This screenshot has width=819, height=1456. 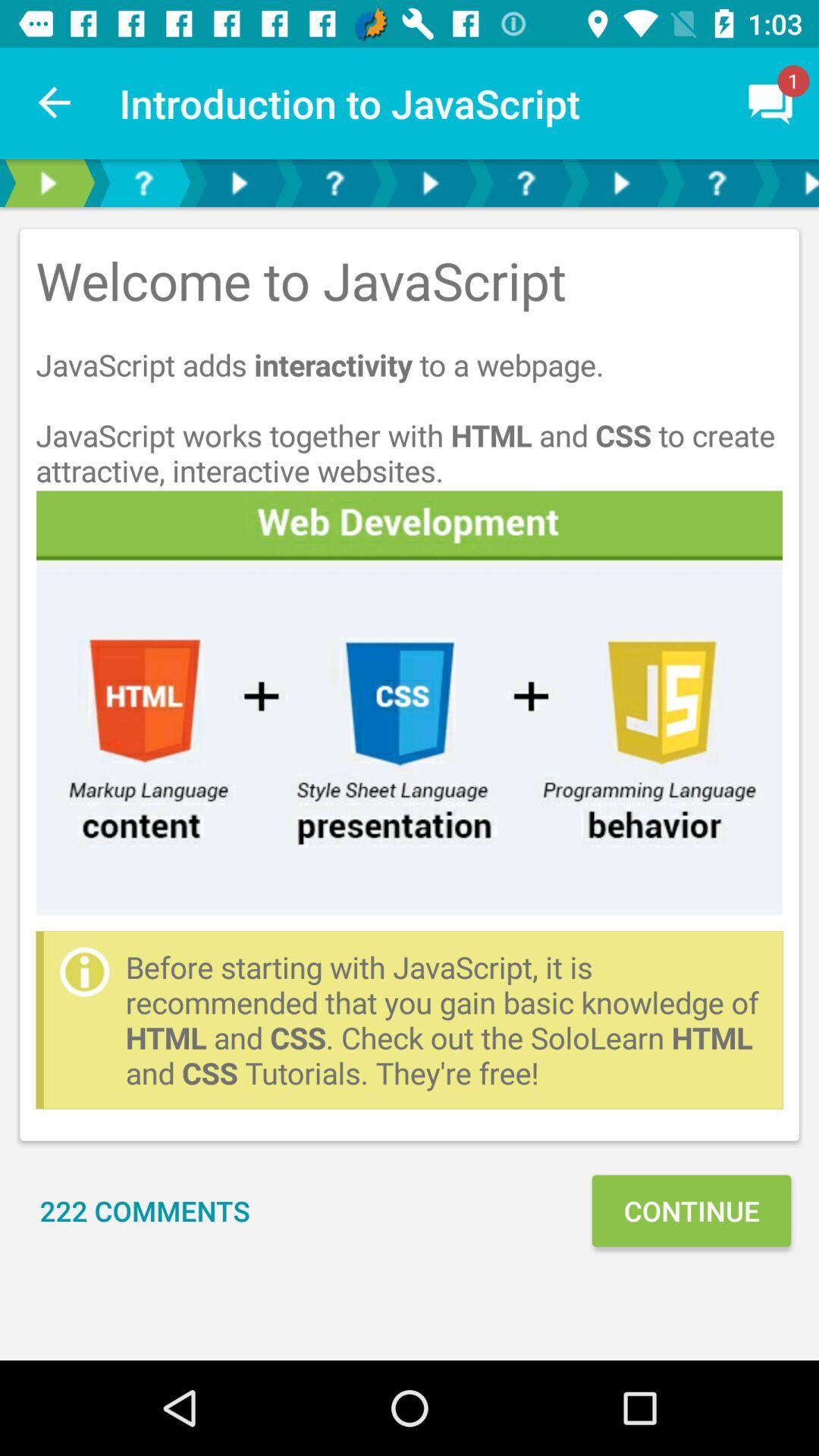 I want to click on open faqs, so click(x=143, y=182).